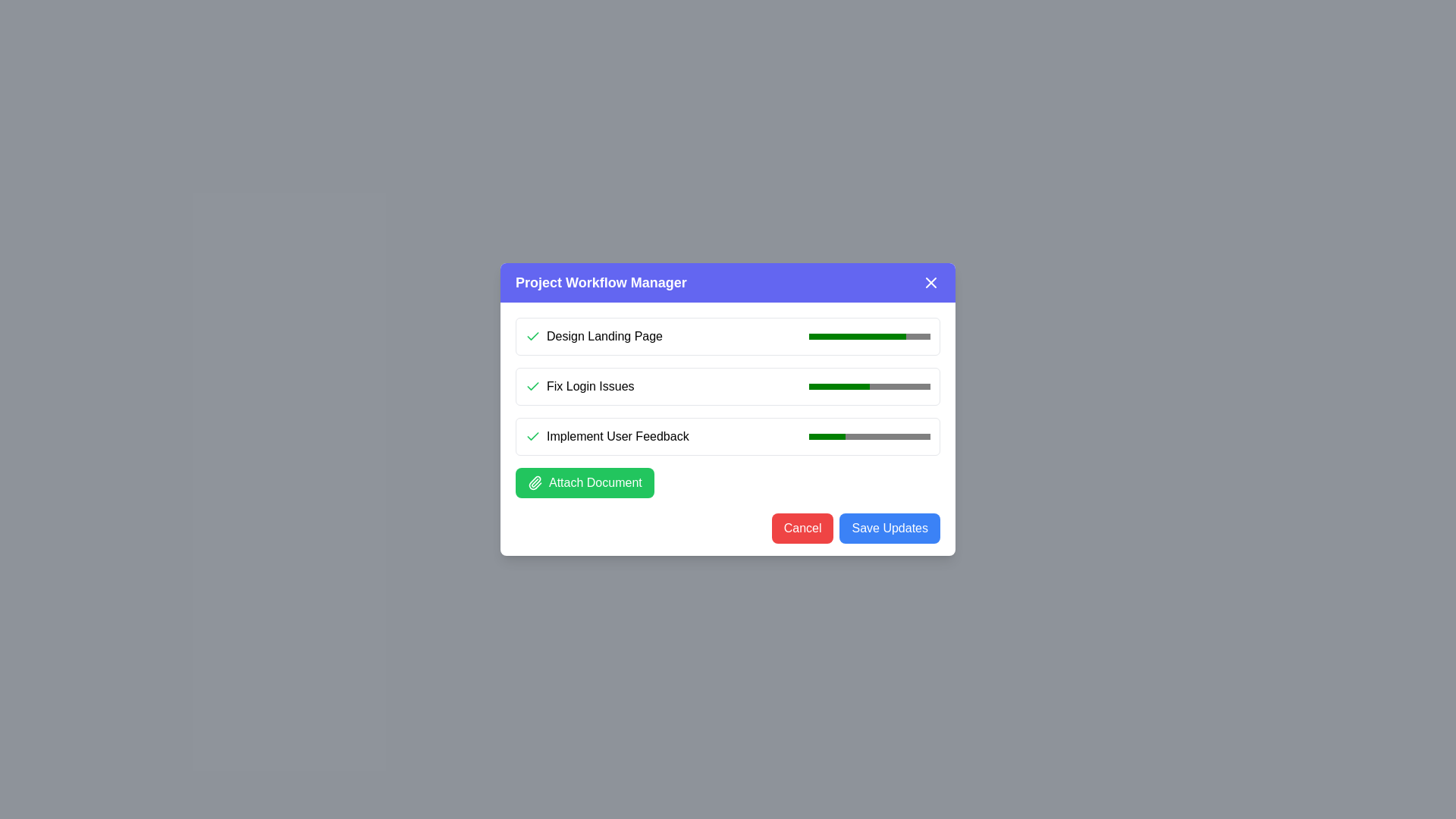 This screenshot has height=819, width=1456. Describe the element at coordinates (728, 335) in the screenshot. I see `the task name 'Design Landing Page' in the first task progress item of the vertical list in the 'Project Workflow Manager' section` at that location.